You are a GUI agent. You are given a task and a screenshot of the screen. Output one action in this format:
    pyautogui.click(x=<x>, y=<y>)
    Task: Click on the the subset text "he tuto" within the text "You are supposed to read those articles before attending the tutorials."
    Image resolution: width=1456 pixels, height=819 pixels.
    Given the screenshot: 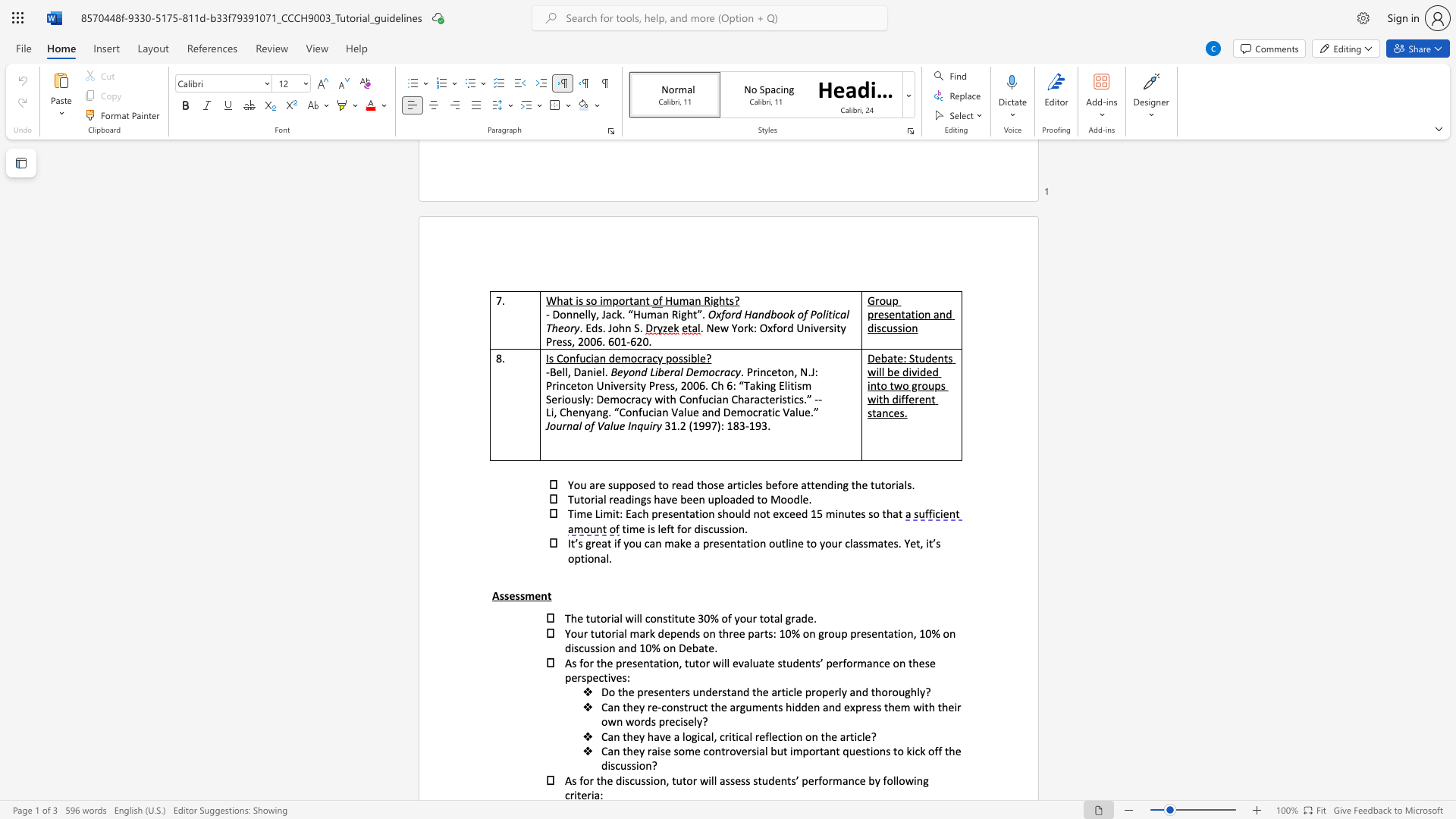 What is the action you would take?
    pyautogui.click(x=855, y=485)
    